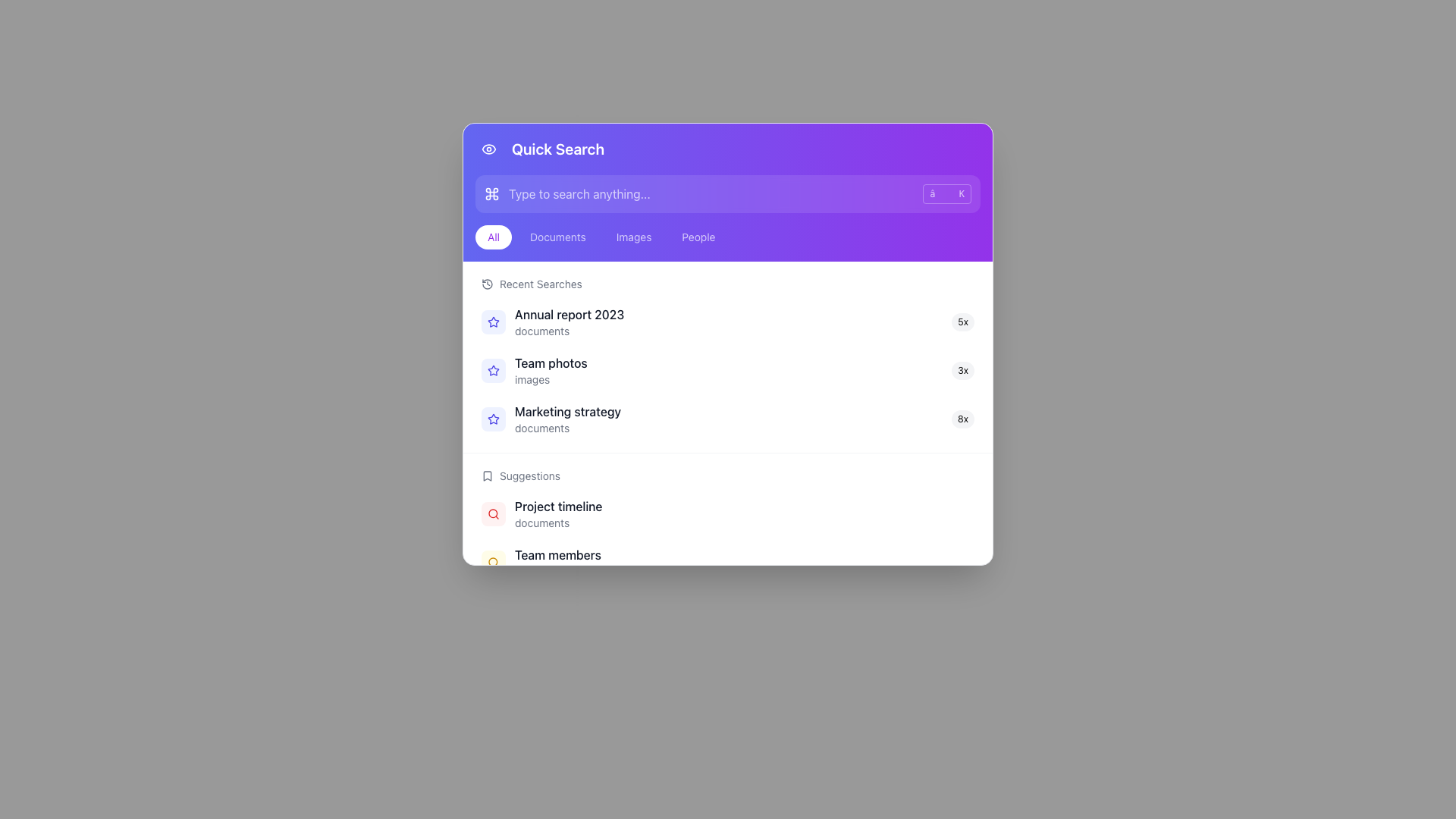  Describe the element at coordinates (698, 237) in the screenshot. I see `the 'People' filter button, which is the fourth button in a horizontal group of buttons for category selection in the upper central area of the interface` at that location.